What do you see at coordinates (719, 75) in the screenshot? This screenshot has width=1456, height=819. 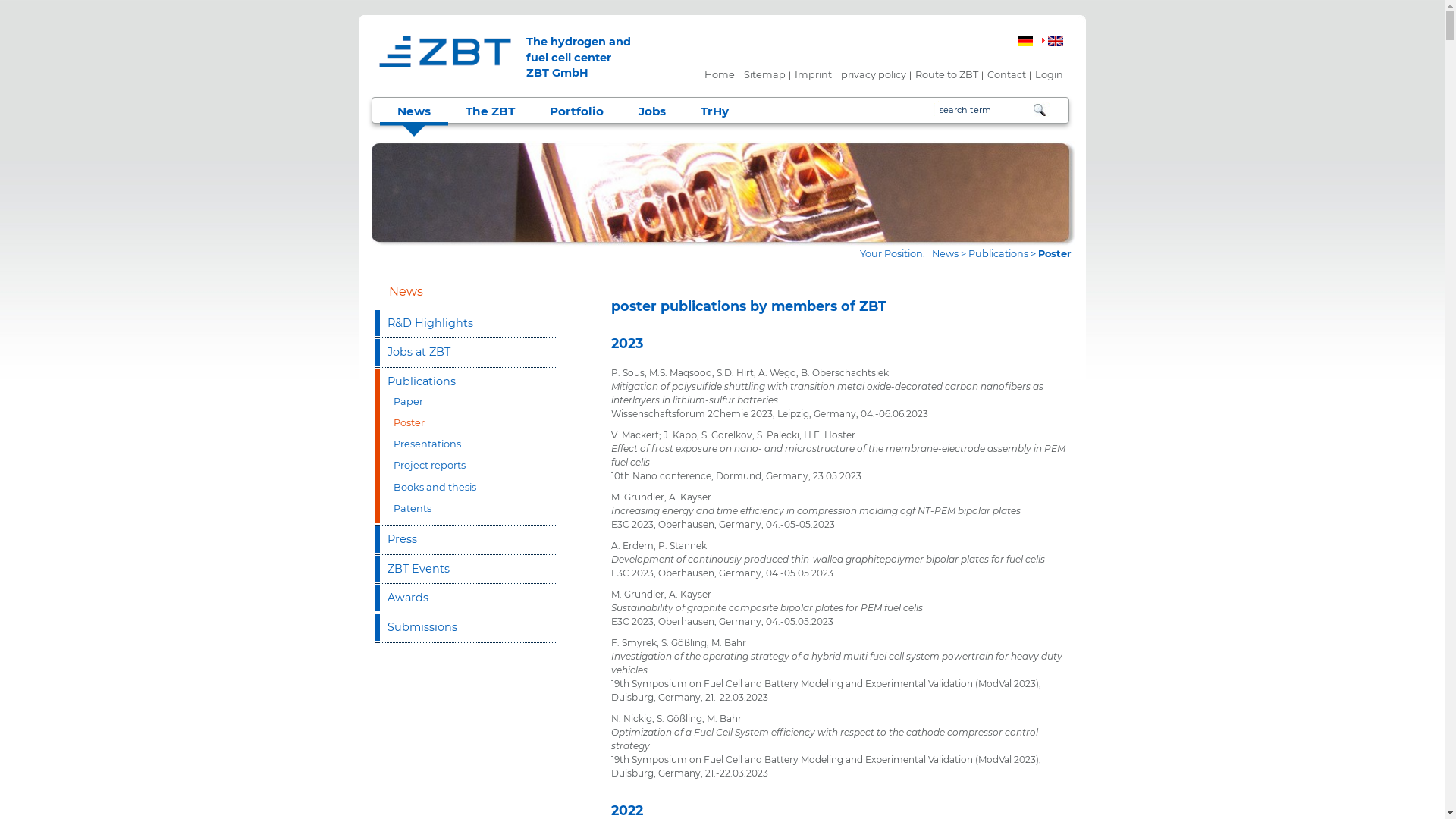 I see `'Home'` at bounding box center [719, 75].